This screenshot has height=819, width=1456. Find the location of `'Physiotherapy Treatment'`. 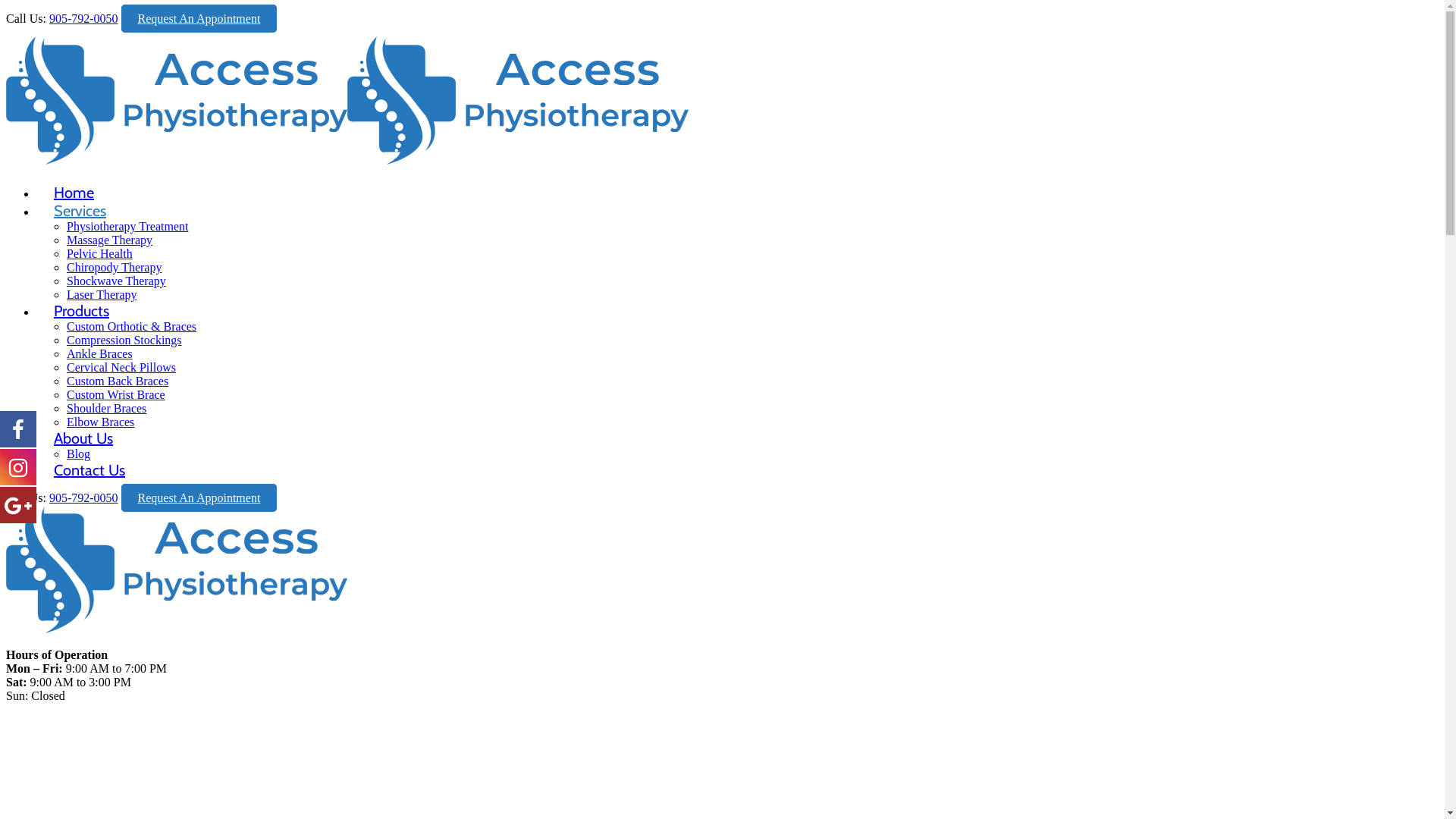

'Physiotherapy Treatment' is located at coordinates (127, 226).